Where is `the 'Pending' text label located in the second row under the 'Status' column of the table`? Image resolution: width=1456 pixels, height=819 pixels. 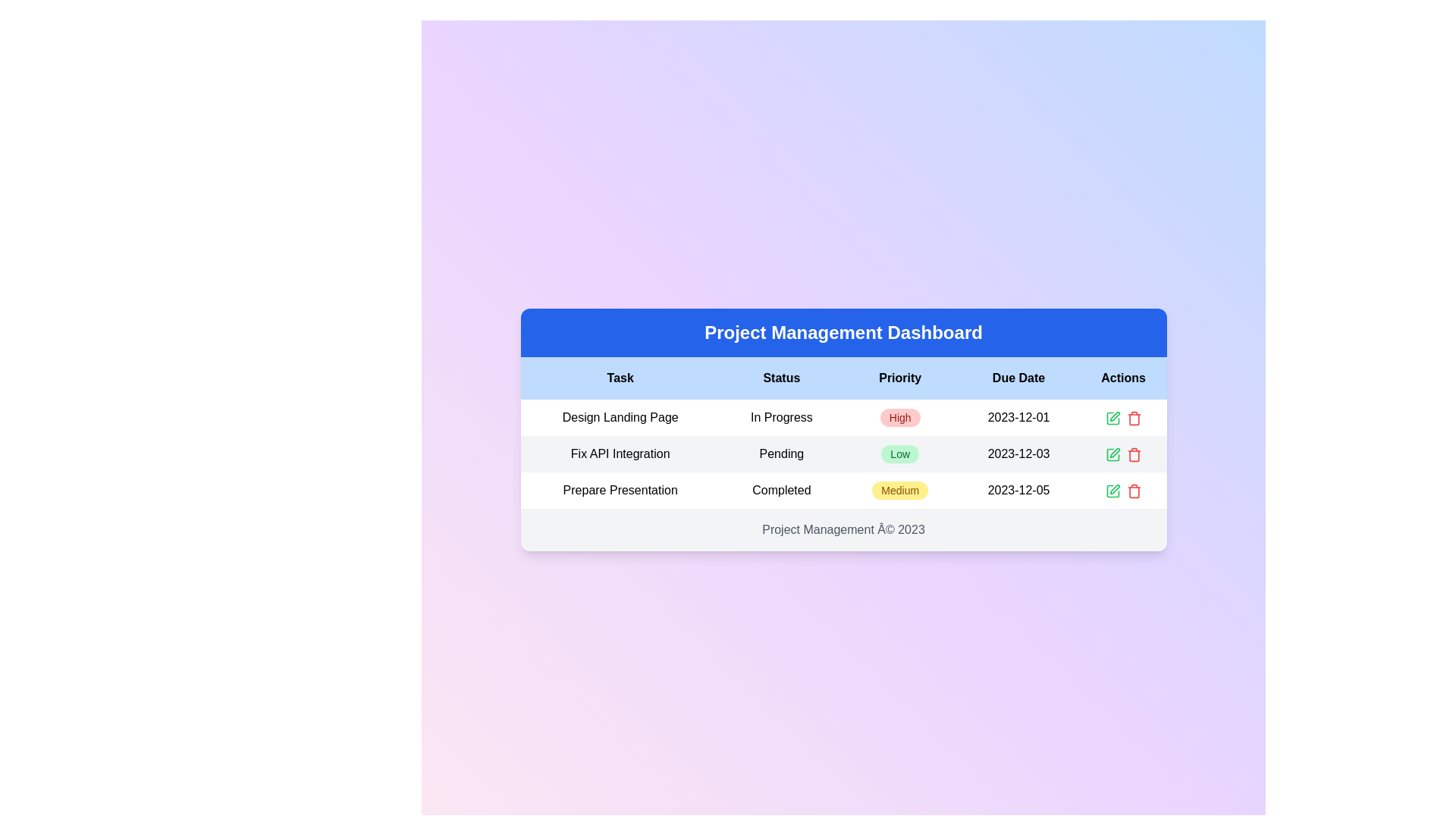
the 'Pending' text label located in the second row under the 'Status' column of the table is located at coordinates (781, 453).